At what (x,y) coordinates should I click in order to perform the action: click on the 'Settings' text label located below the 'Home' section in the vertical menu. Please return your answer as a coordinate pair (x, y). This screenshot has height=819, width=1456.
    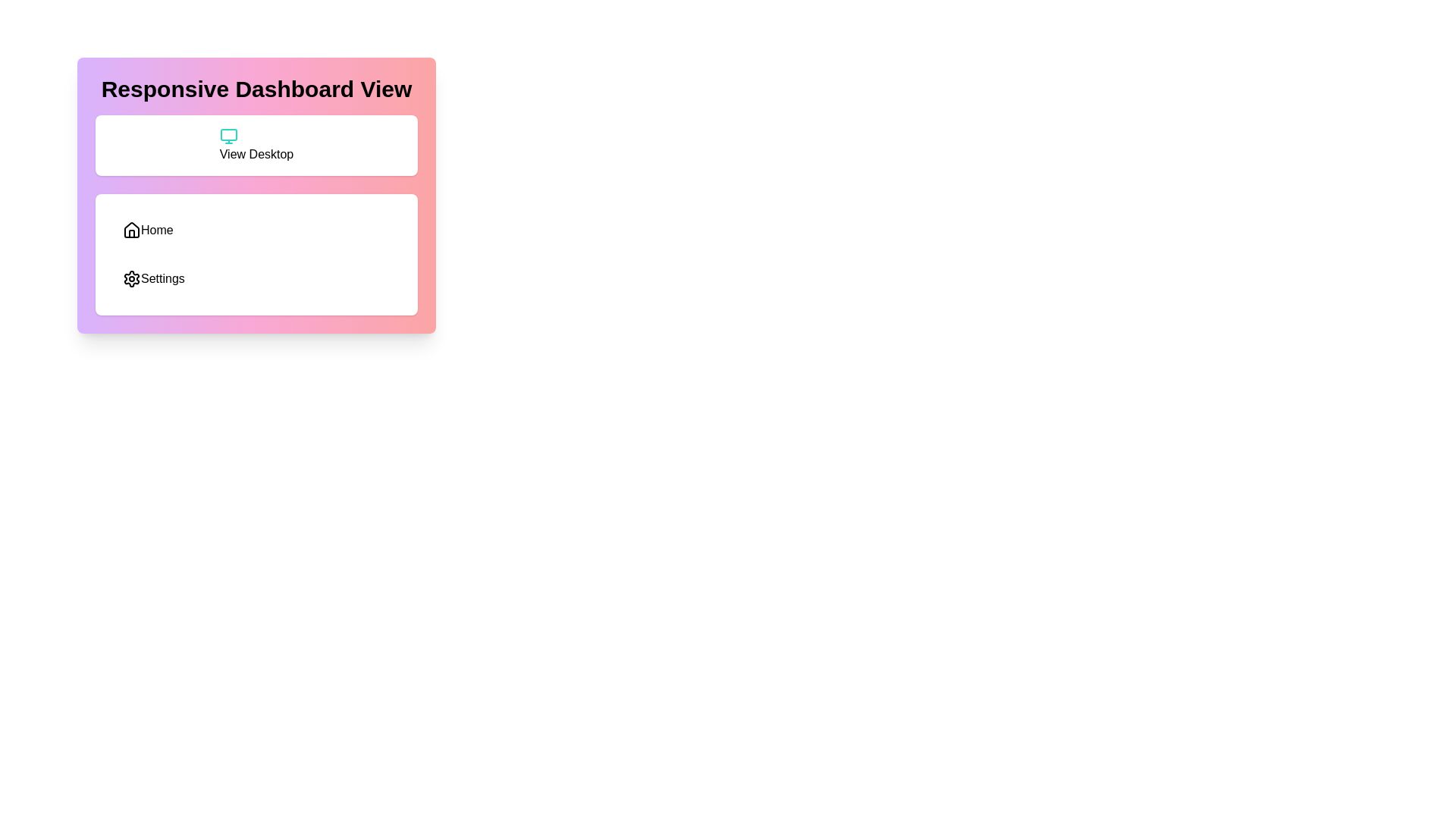
    Looking at the image, I should click on (162, 278).